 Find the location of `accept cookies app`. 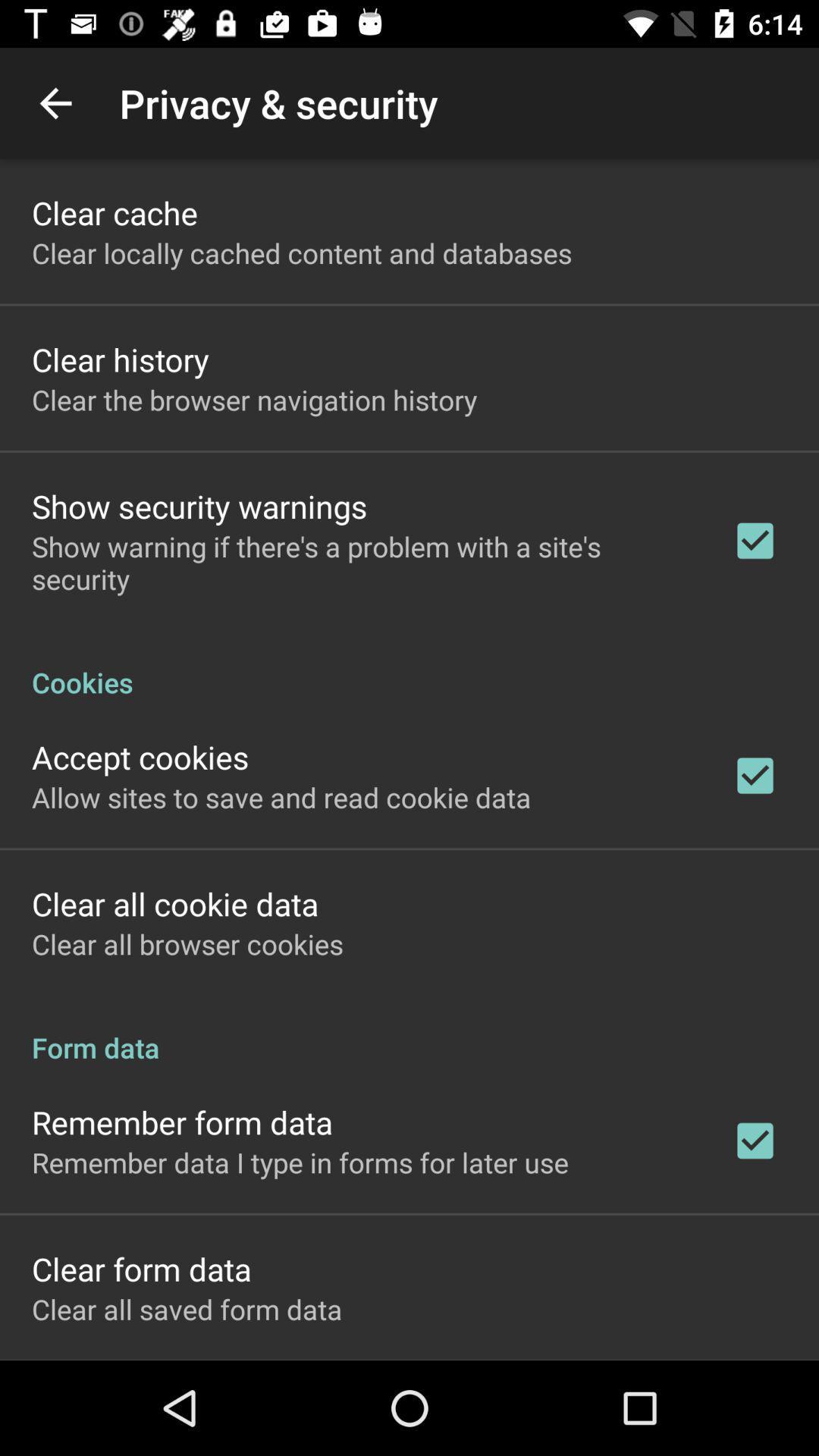

accept cookies app is located at coordinates (140, 757).